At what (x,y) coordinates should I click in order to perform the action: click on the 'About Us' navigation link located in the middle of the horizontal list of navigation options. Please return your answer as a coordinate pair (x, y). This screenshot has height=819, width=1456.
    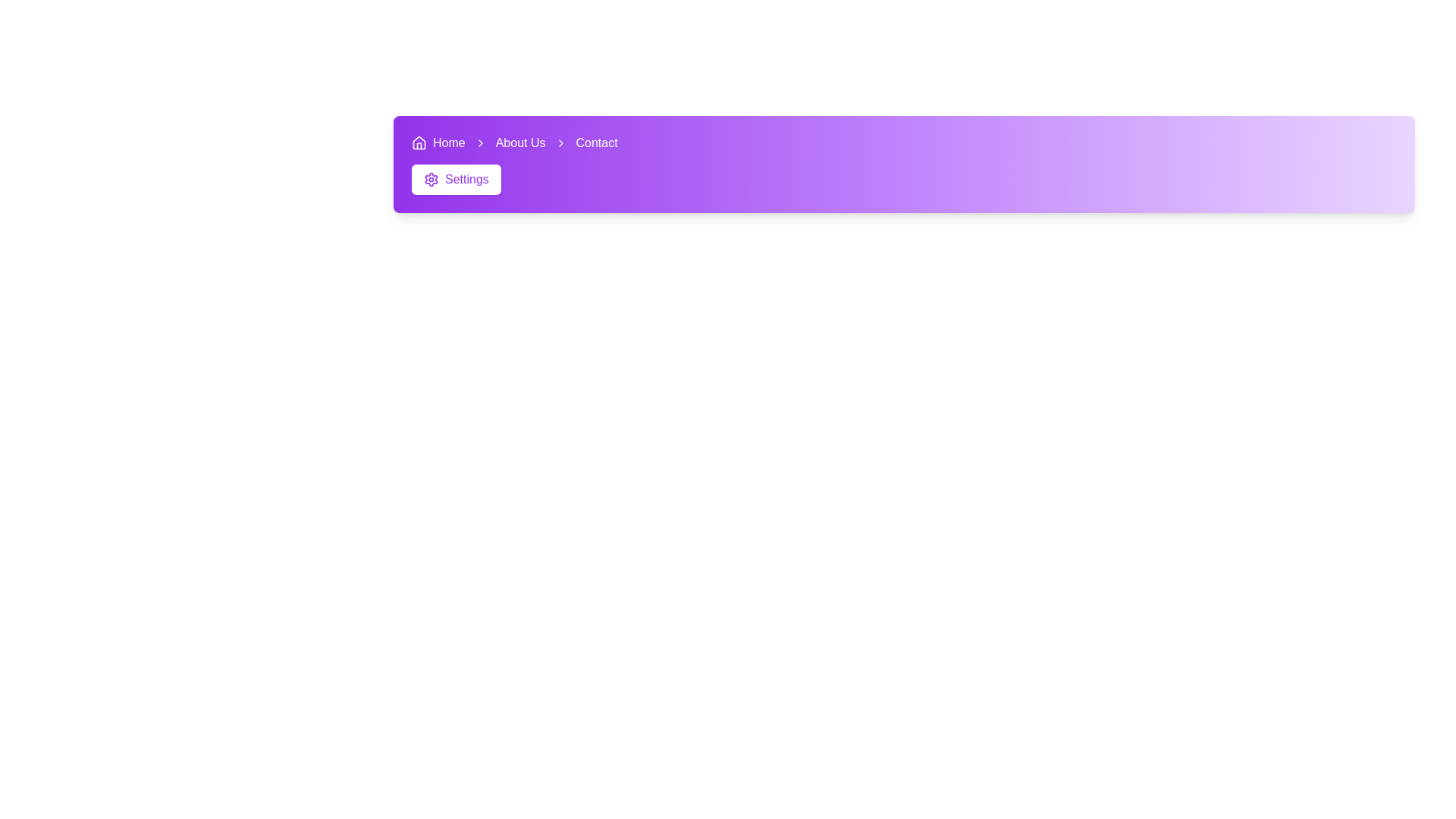
    Looking at the image, I should click on (520, 143).